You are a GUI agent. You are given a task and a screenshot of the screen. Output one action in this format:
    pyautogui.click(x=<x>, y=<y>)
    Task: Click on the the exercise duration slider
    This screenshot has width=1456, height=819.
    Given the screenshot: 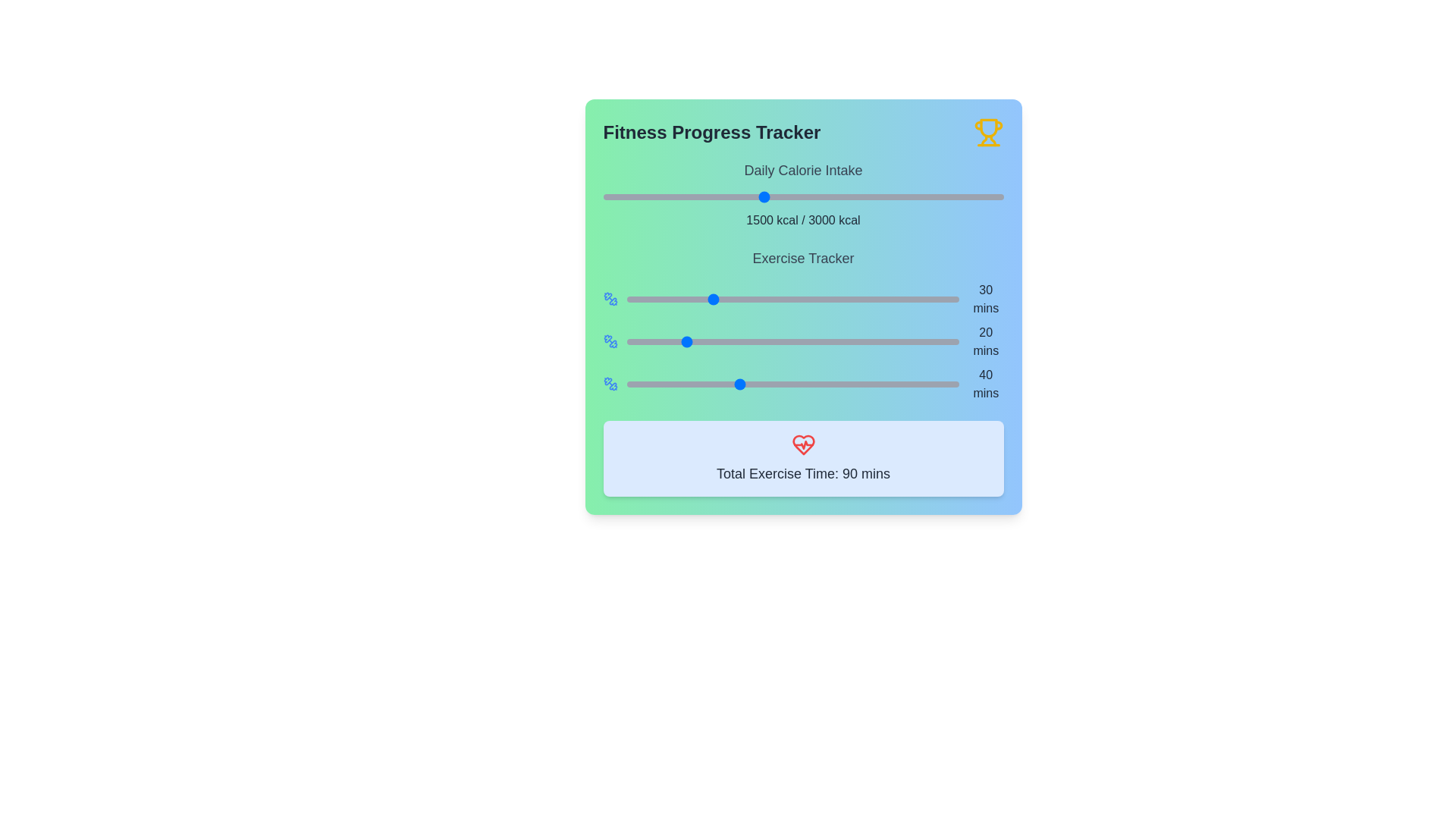 What is the action you would take?
    pyautogui.click(x=687, y=342)
    